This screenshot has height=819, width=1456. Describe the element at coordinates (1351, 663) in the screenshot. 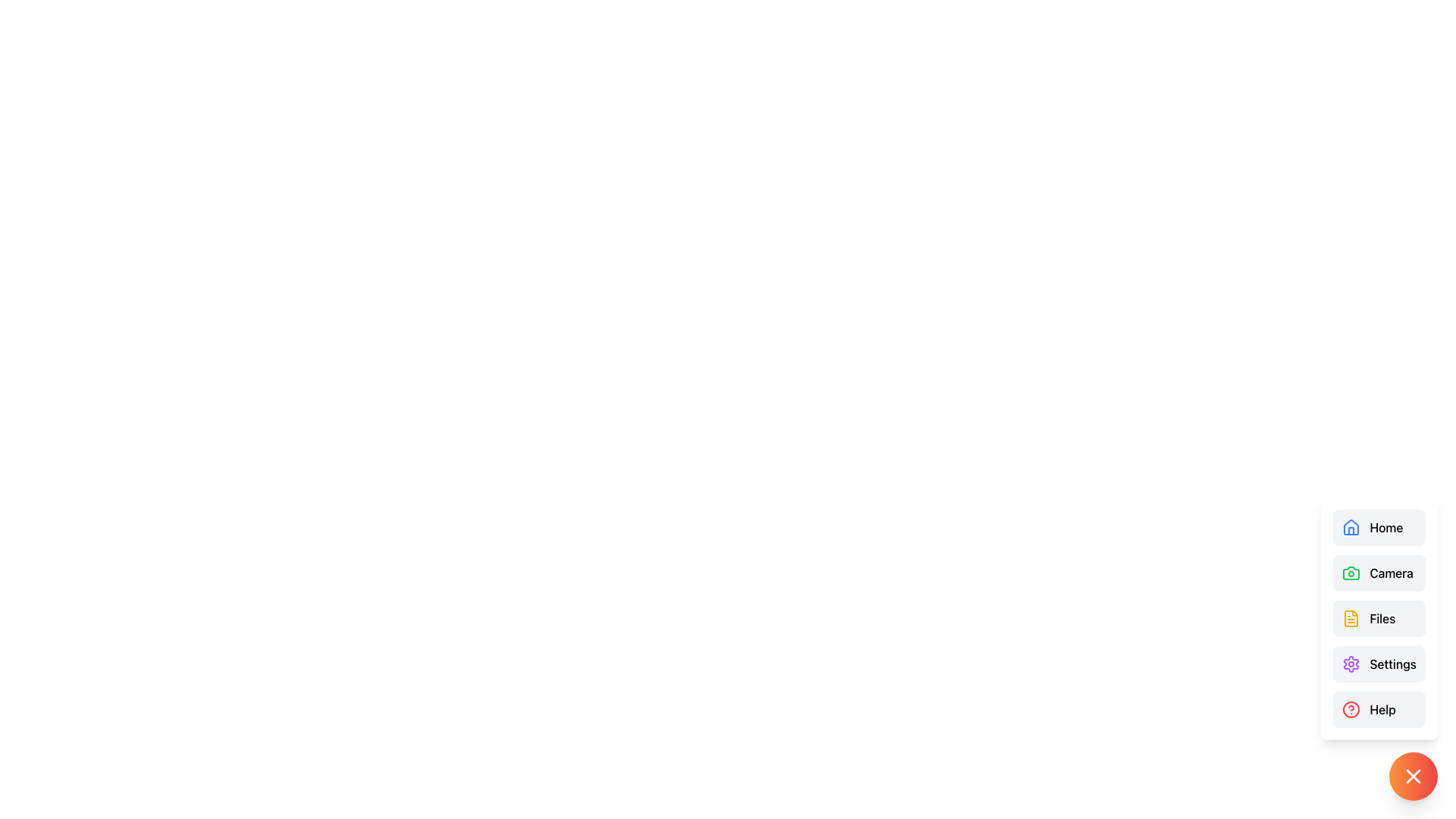

I see `the purple gear icon representing settings located in the lower-right menu` at that location.